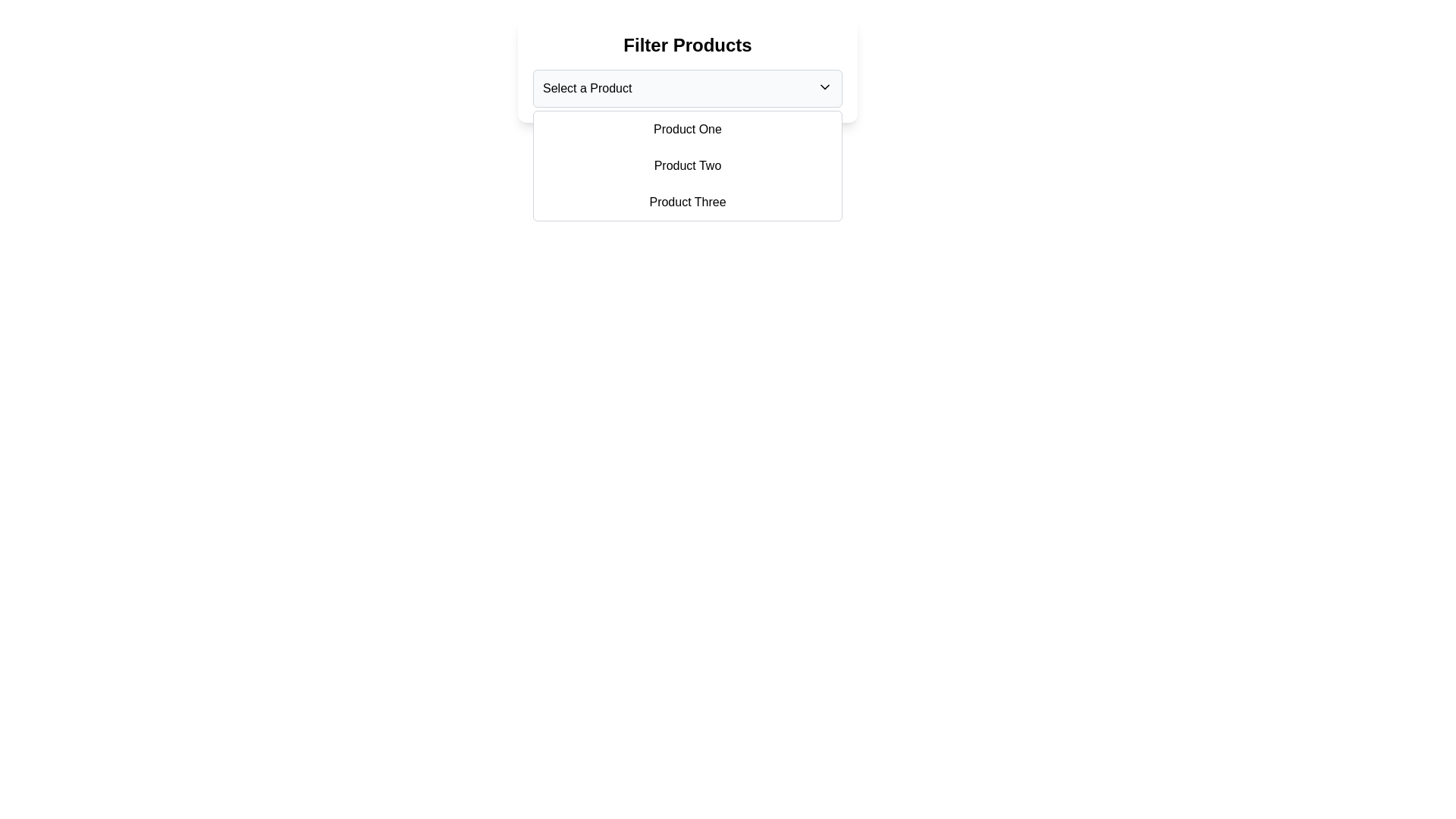 Image resolution: width=1456 pixels, height=819 pixels. Describe the element at coordinates (687, 201) in the screenshot. I see `the 'Product Three' button in the dropdown menu` at that location.